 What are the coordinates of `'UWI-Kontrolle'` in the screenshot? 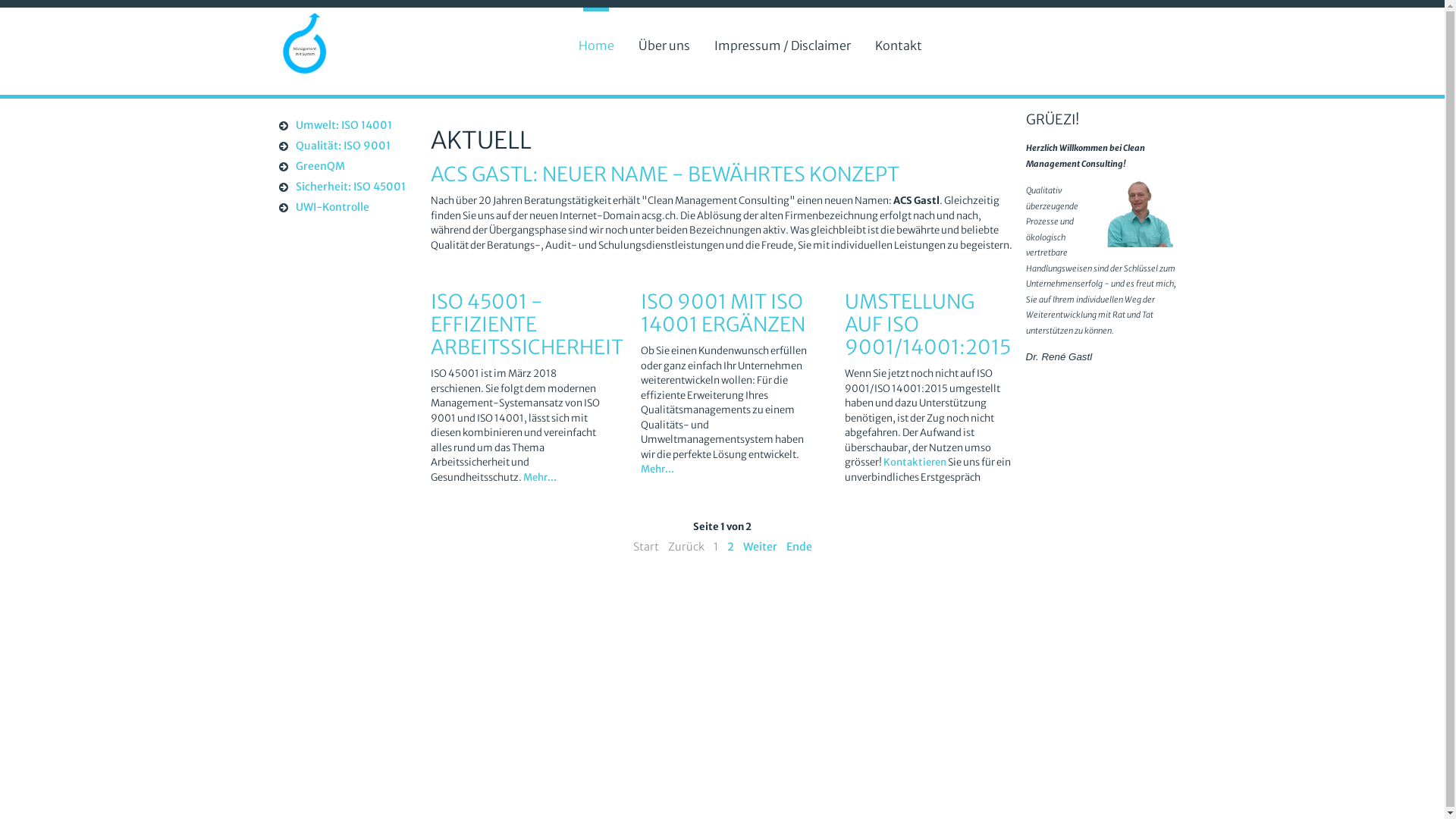 It's located at (342, 208).